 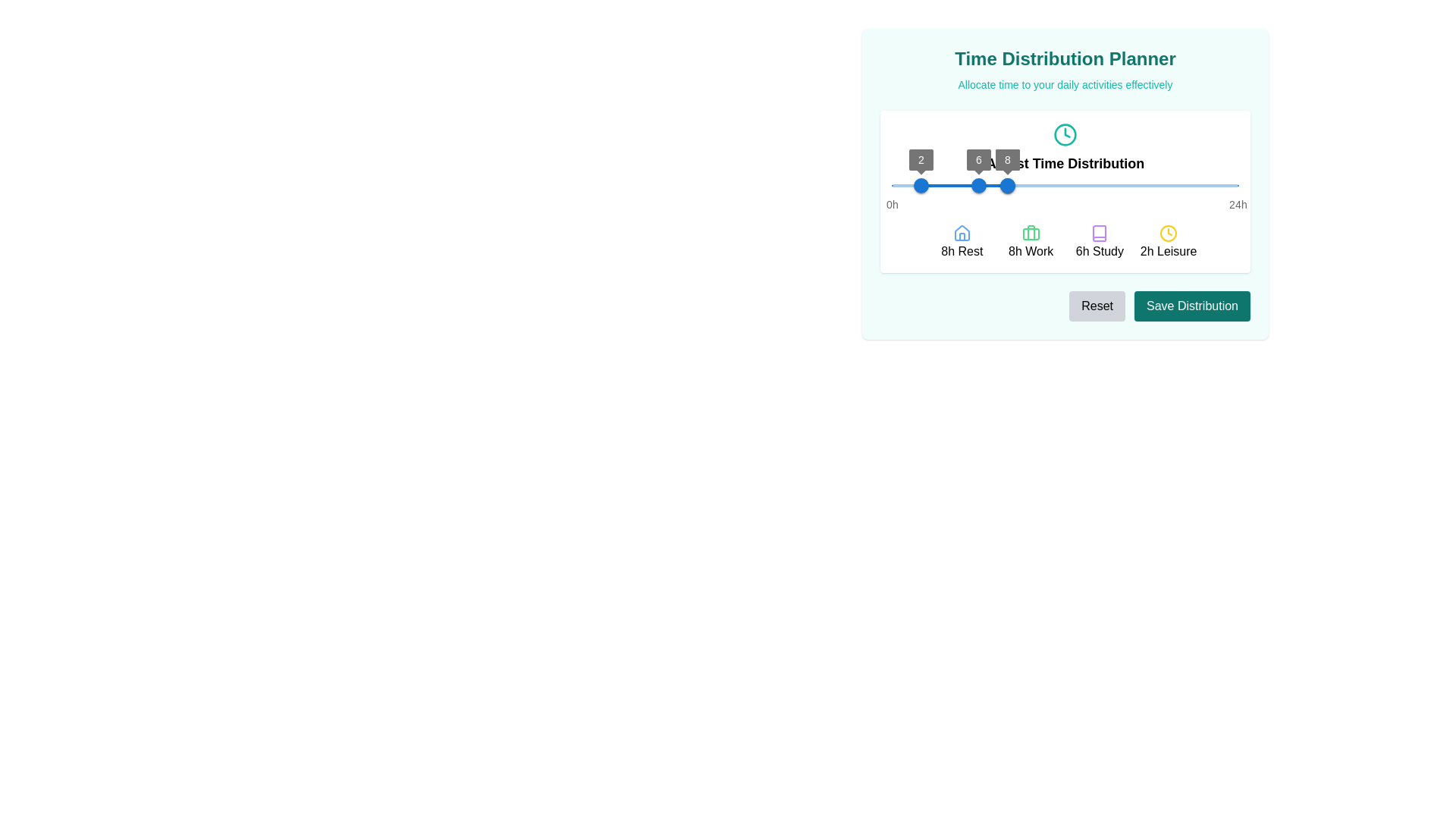 I want to click on the central circular part of the clock icon representing time management tools in the planner interface, located near the heading 'Time Distribution Planner', so click(x=1168, y=234).